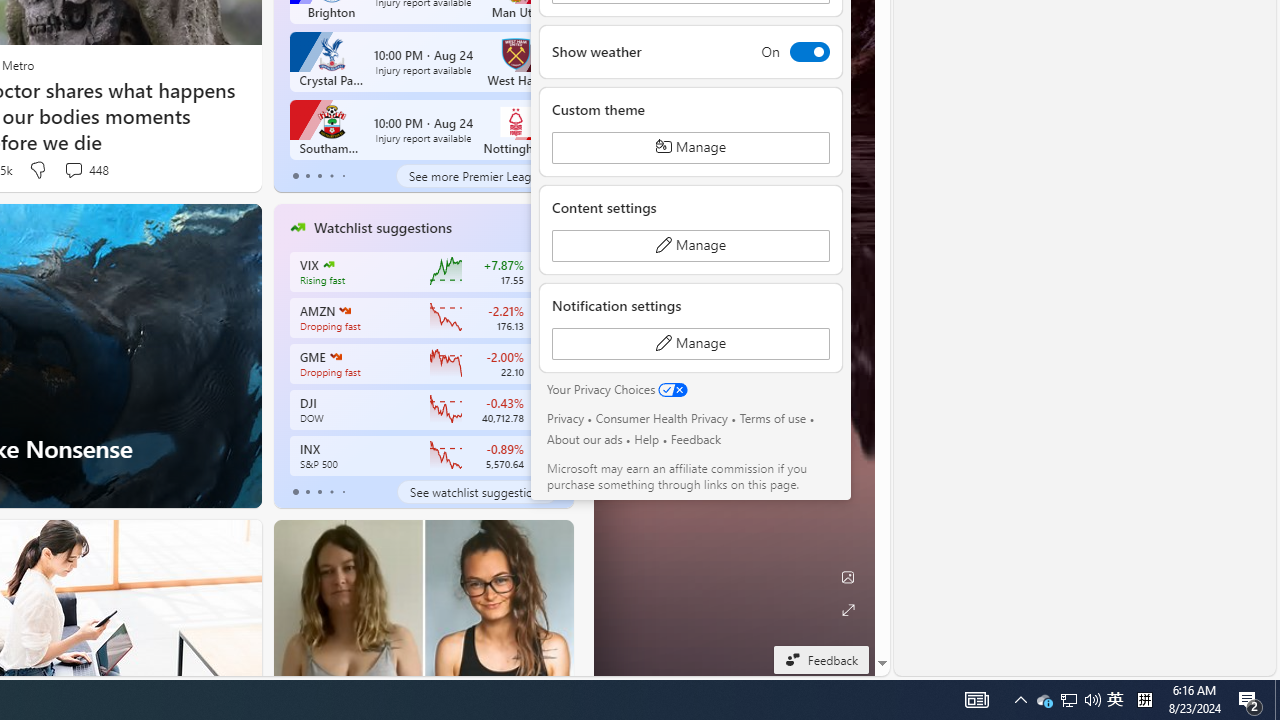  Describe the element at coordinates (646, 438) in the screenshot. I see `'Help'` at that location.